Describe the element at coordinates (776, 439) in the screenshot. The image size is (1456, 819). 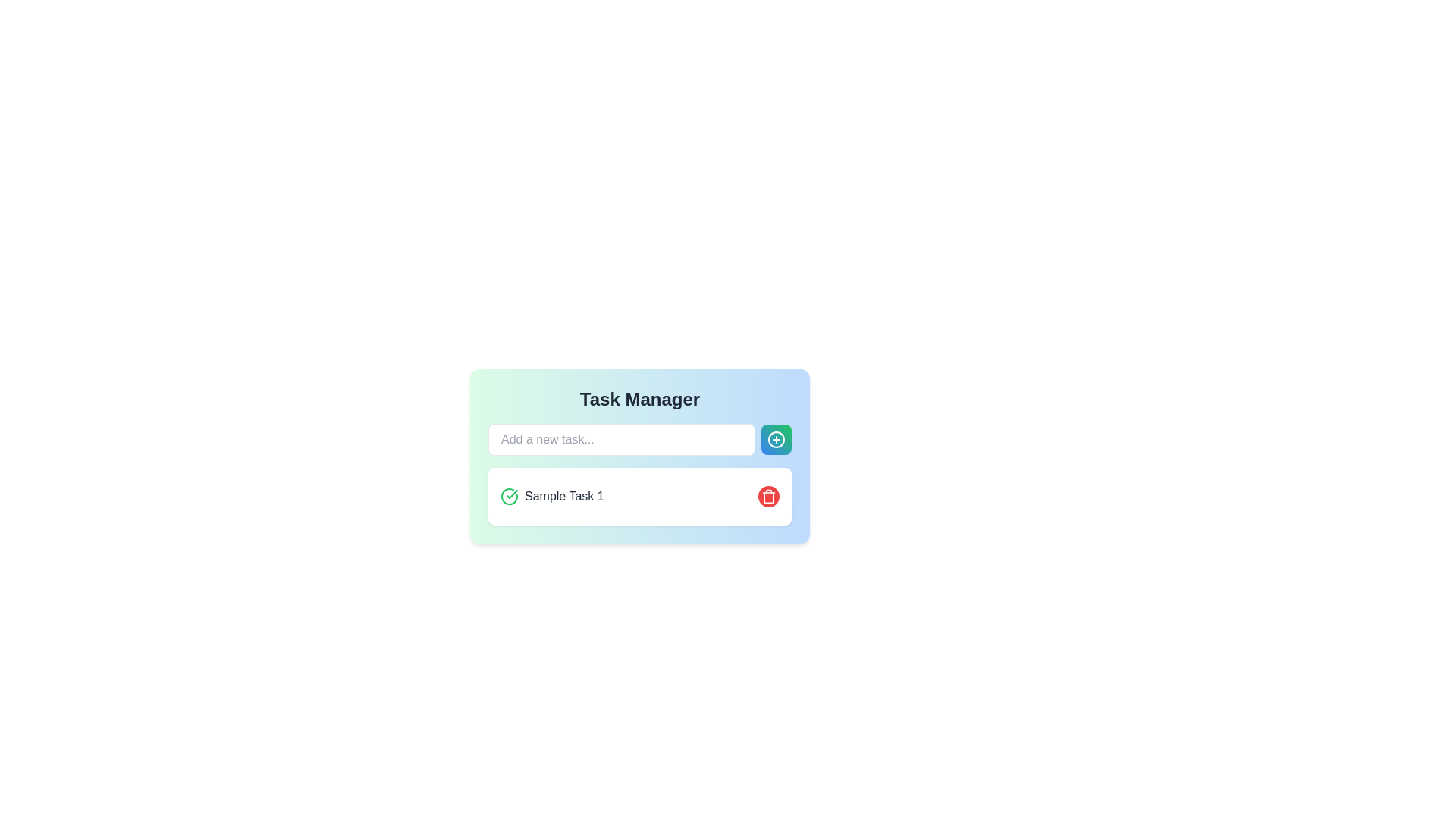
I see `the circular component with a radius of 10 units, styled with a white stroke, located in the top-right corner of the Task Manager interface` at that location.